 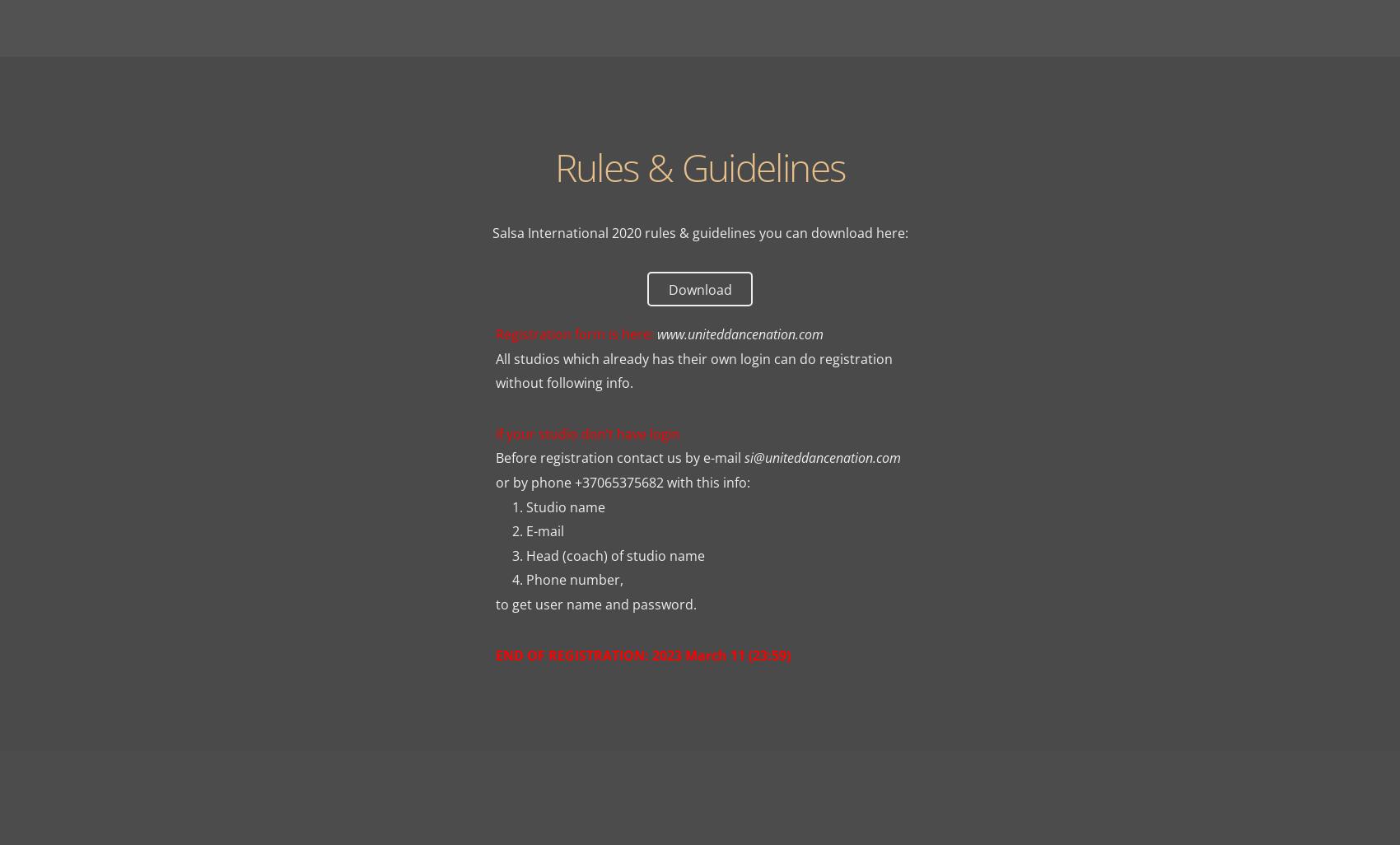 What do you see at coordinates (621, 482) in the screenshot?
I see `'or by phone +37065375682 with this info:'` at bounding box center [621, 482].